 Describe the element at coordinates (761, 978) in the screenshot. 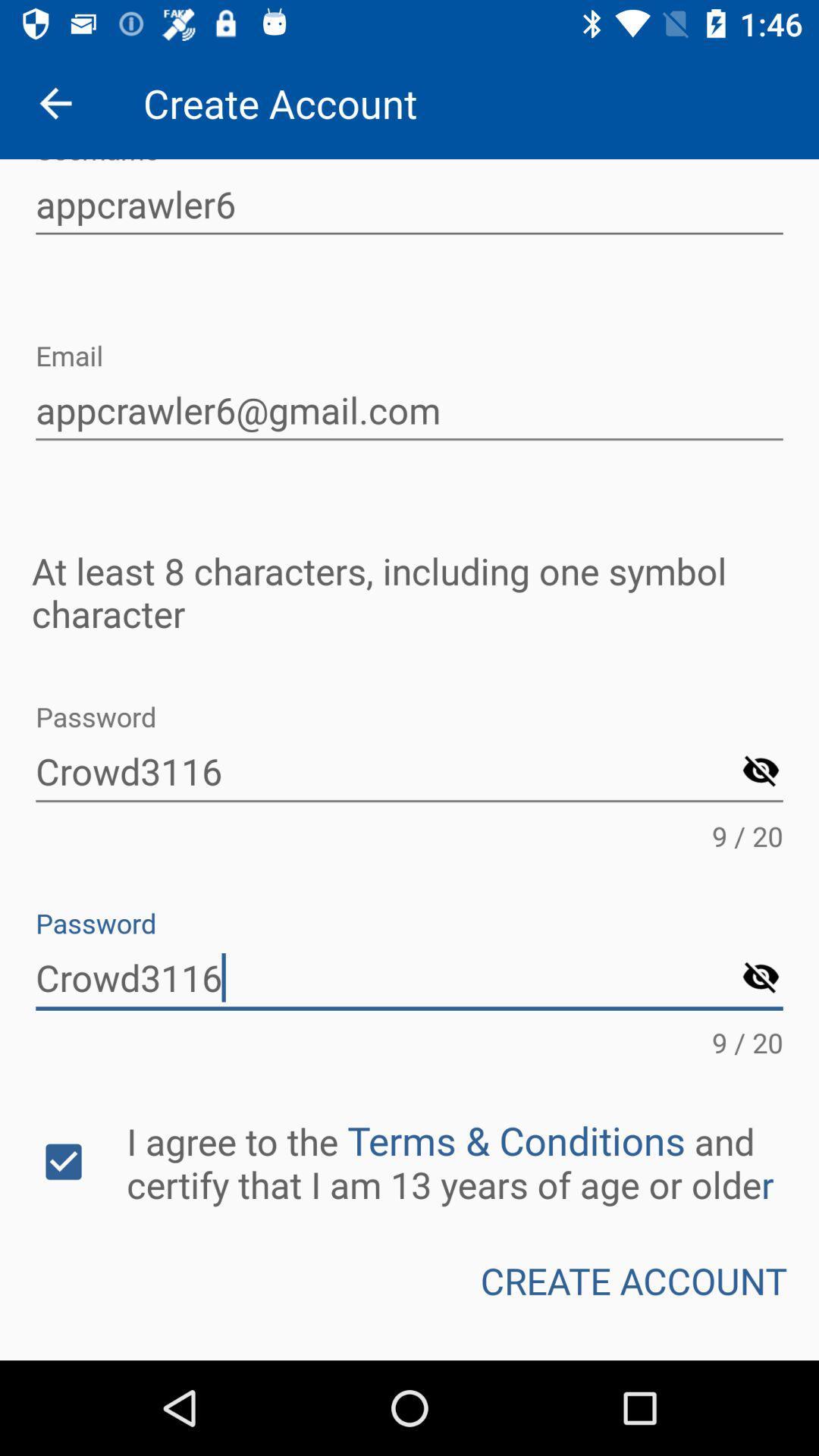

I see `hide button` at that location.